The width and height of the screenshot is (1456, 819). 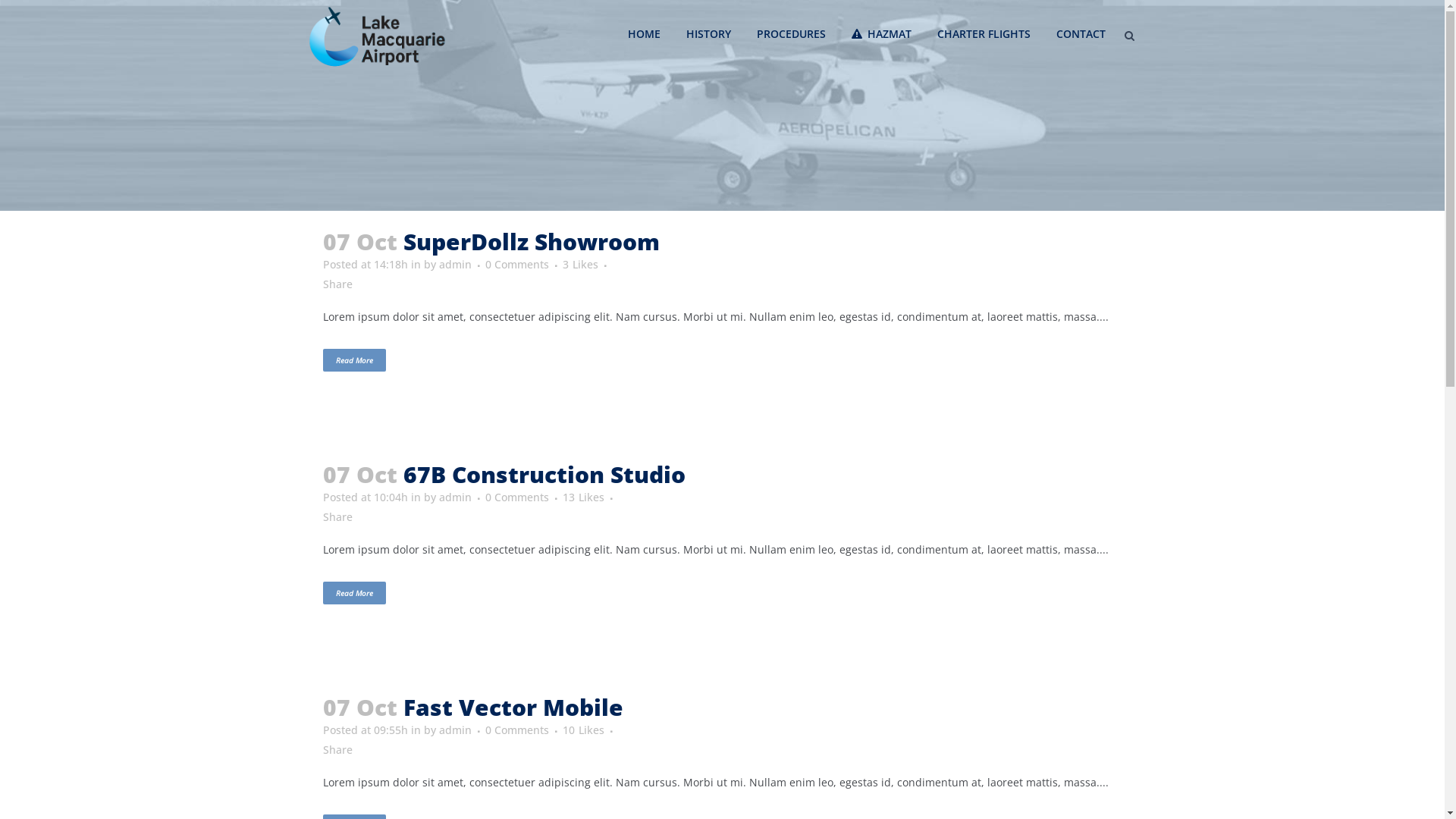 What do you see at coordinates (562, 263) in the screenshot?
I see `'3 Likes'` at bounding box center [562, 263].